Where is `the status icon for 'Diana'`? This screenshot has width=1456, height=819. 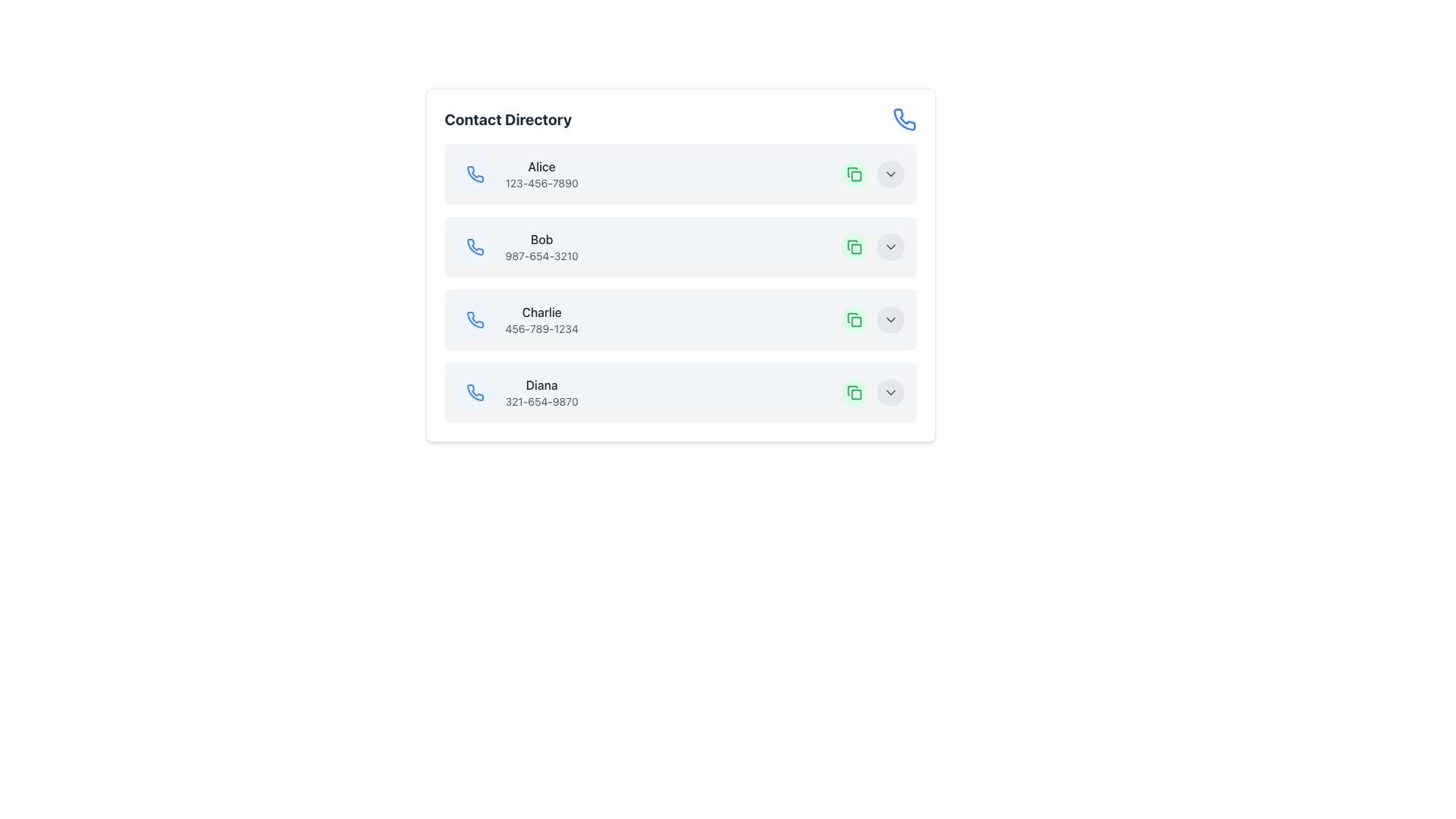 the status icon for 'Diana' is located at coordinates (855, 394).